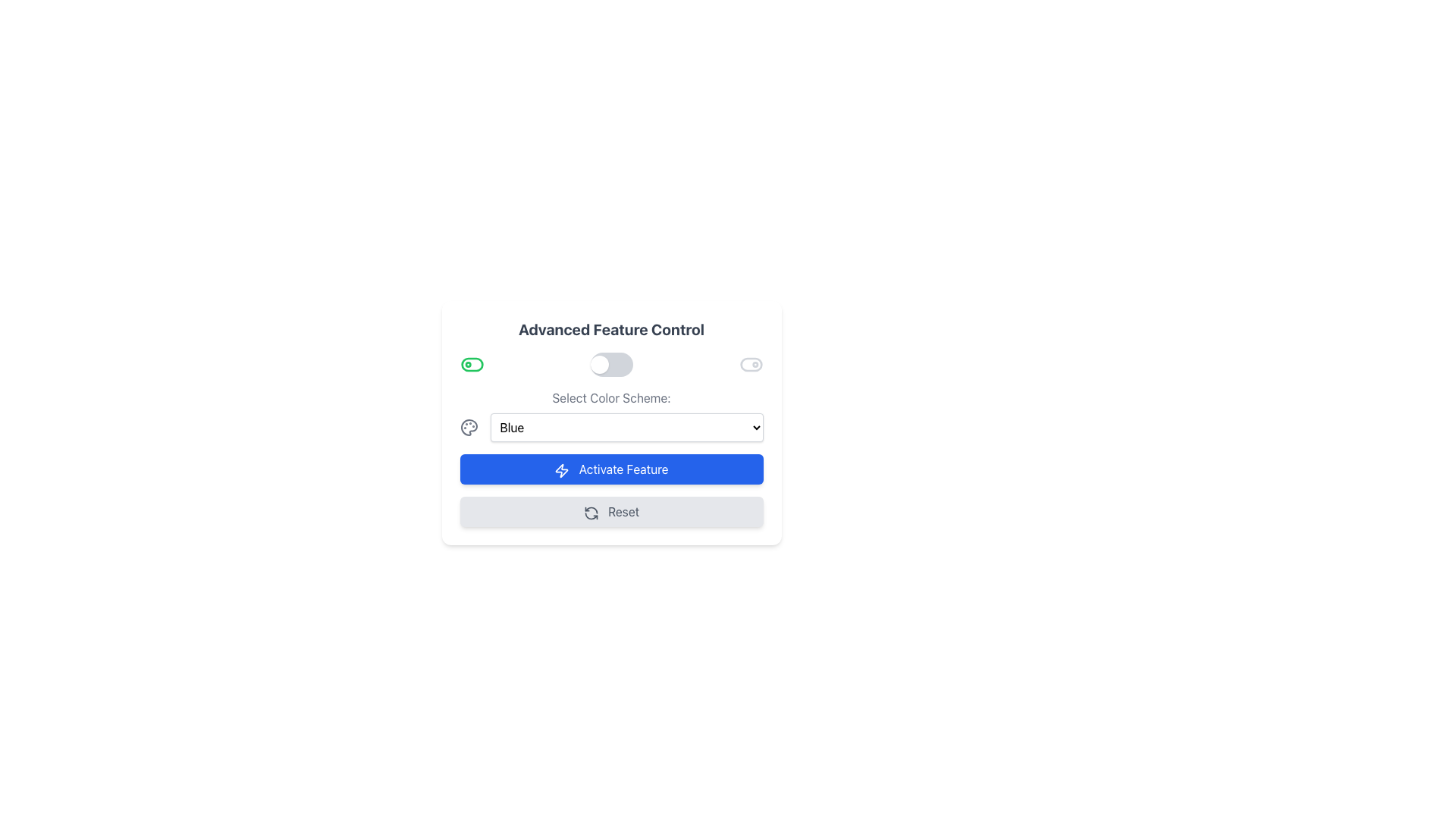 Image resolution: width=1456 pixels, height=819 pixels. Describe the element at coordinates (471, 365) in the screenshot. I see `the green pill-shaped toggle switch located in the 'Advanced Feature Control' section, specifically the leftmost part of the control panel` at that location.